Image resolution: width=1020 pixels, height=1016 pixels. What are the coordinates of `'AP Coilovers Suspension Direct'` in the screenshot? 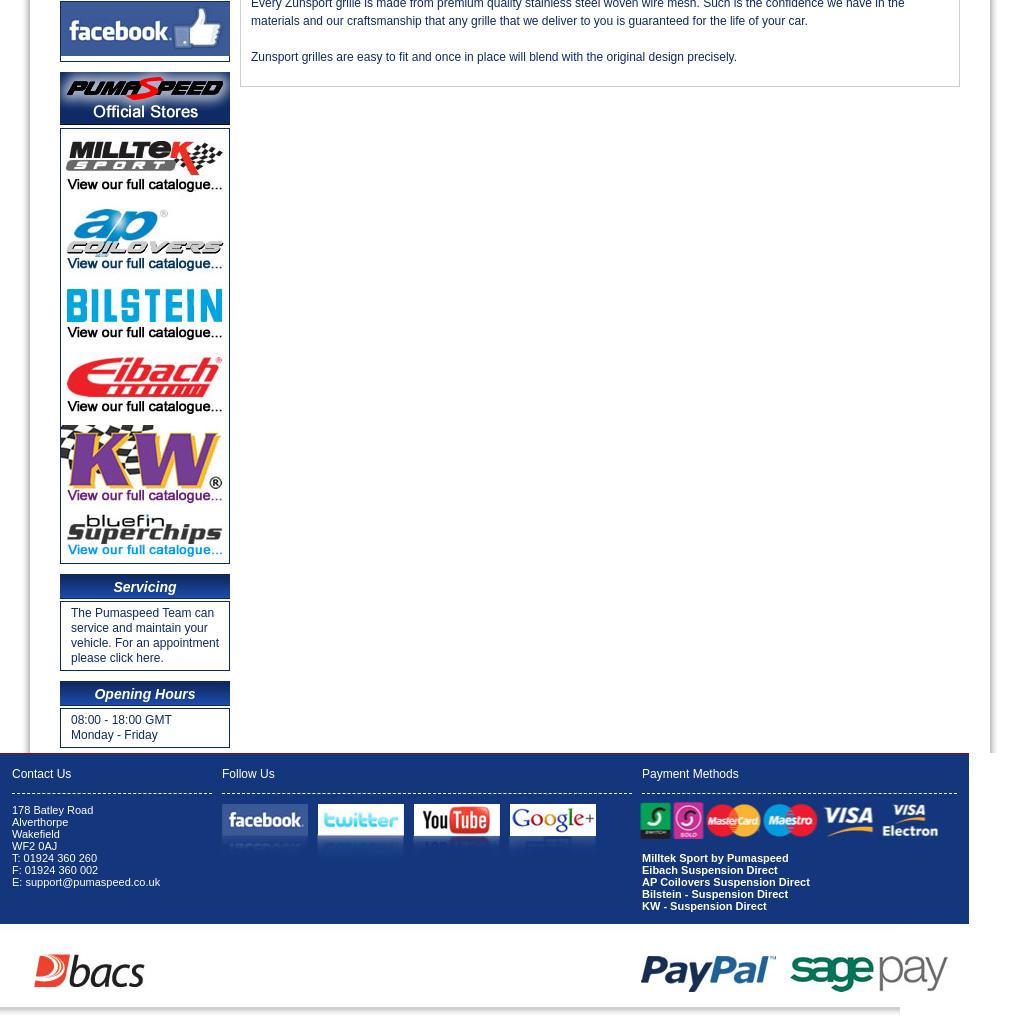 It's located at (725, 881).